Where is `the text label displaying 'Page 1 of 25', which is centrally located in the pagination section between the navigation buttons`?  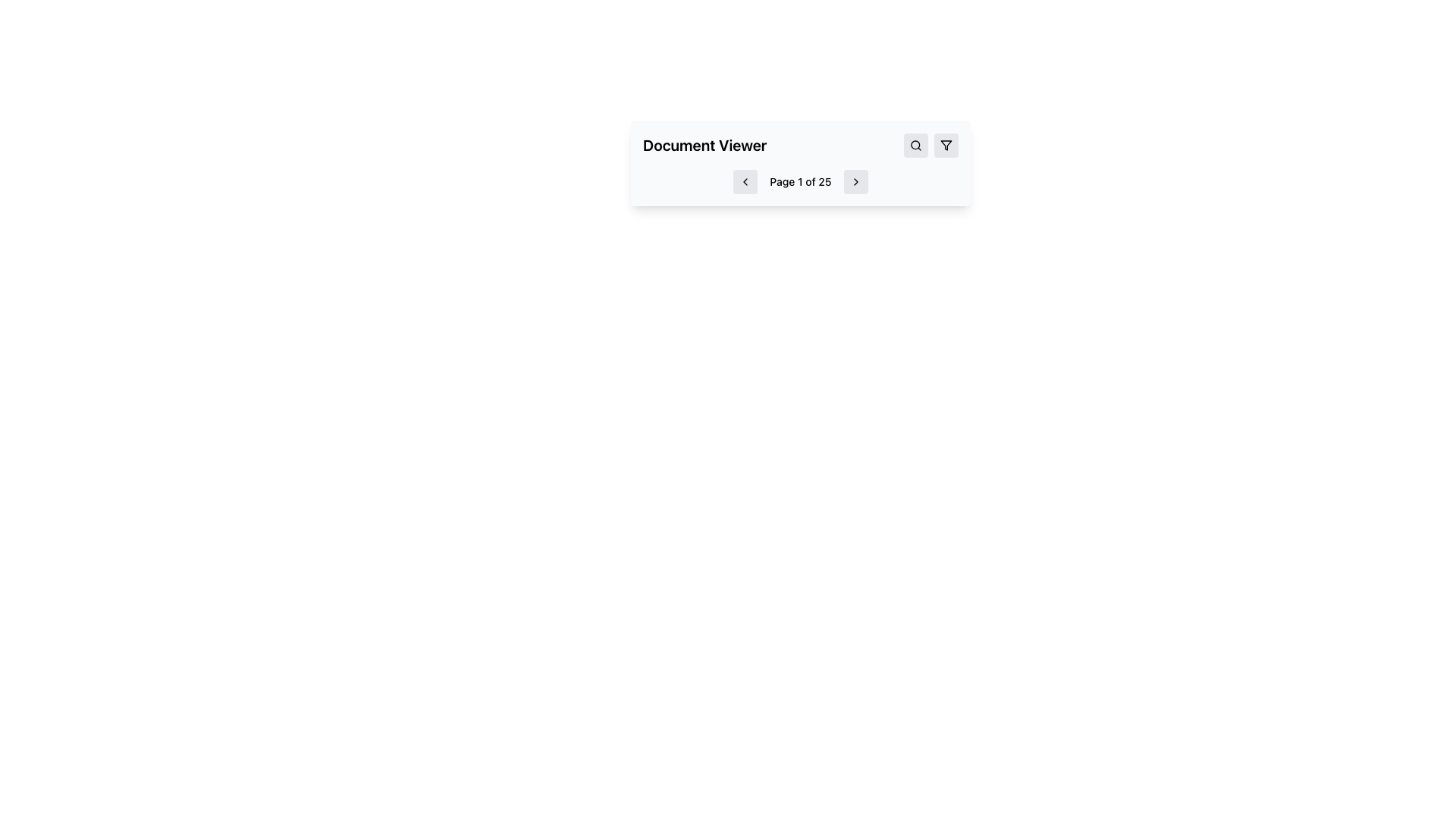
the text label displaying 'Page 1 of 25', which is centrally located in the pagination section between the navigation buttons is located at coordinates (800, 180).